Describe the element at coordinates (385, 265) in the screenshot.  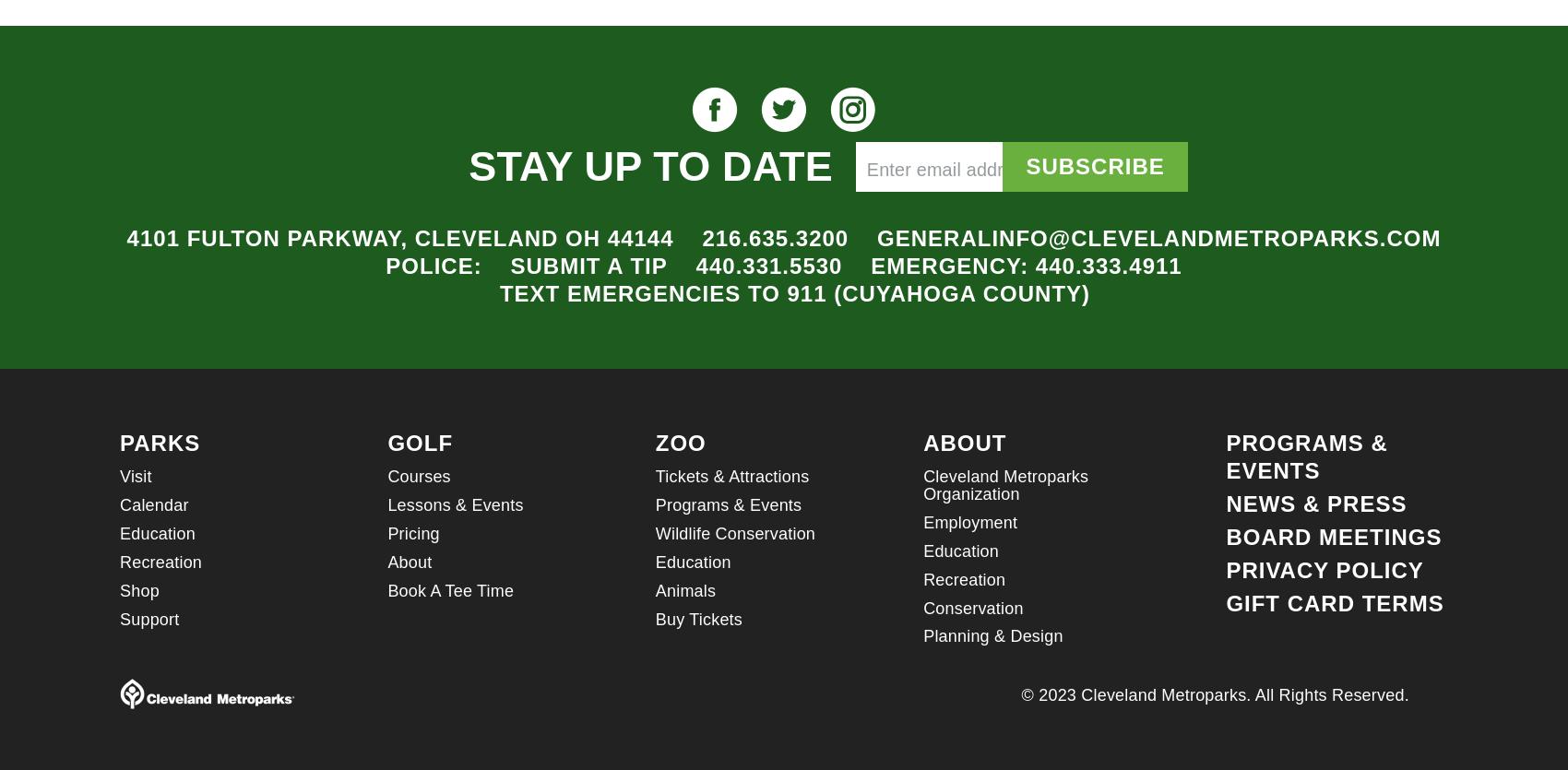
I see `'Police:'` at that location.